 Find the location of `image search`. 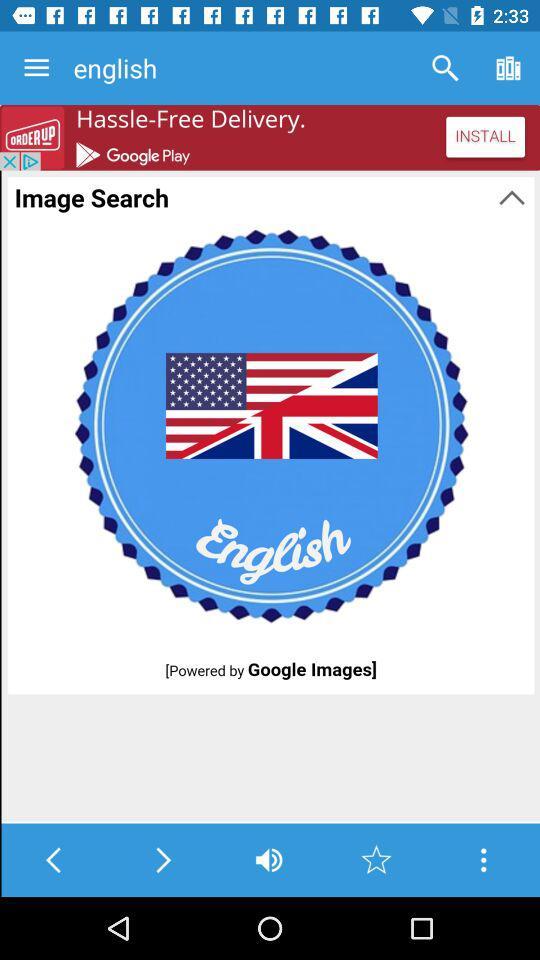

image search is located at coordinates (270, 495).